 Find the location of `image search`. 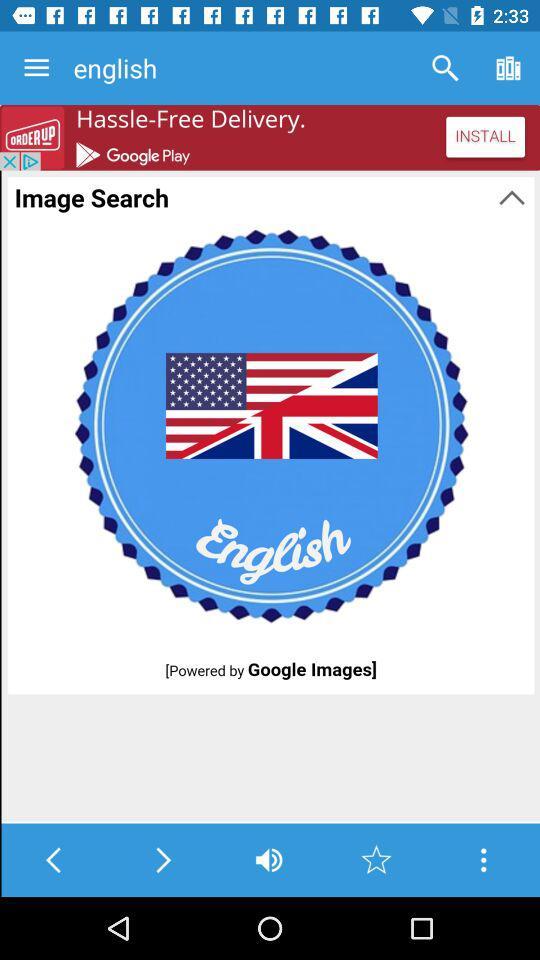

image search is located at coordinates (270, 495).